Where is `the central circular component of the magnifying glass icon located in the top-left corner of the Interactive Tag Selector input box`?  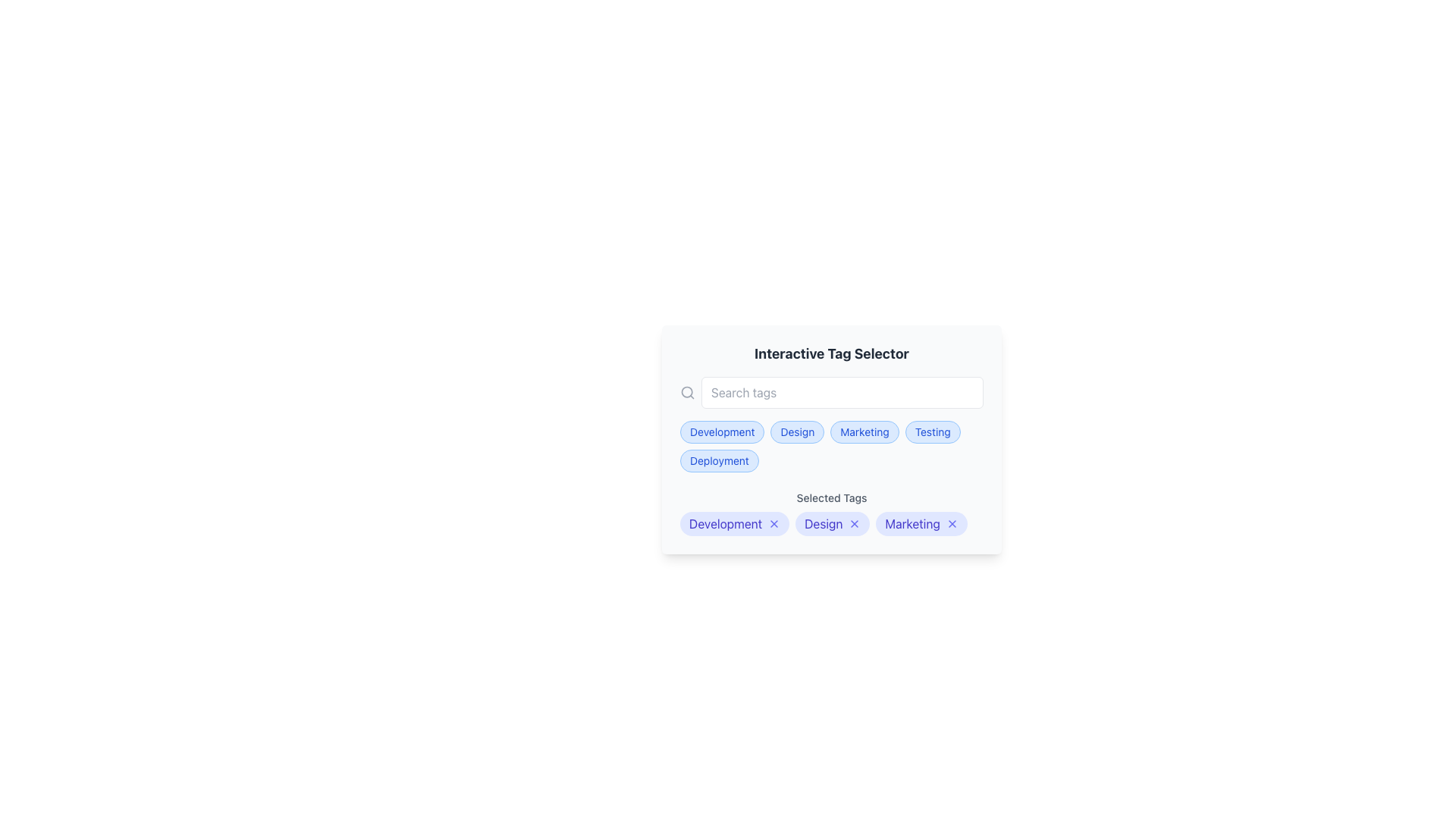
the central circular component of the magnifying glass icon located in the top-left corner of the Interactive Tag Selector input box is located at coordinates (686, 391).